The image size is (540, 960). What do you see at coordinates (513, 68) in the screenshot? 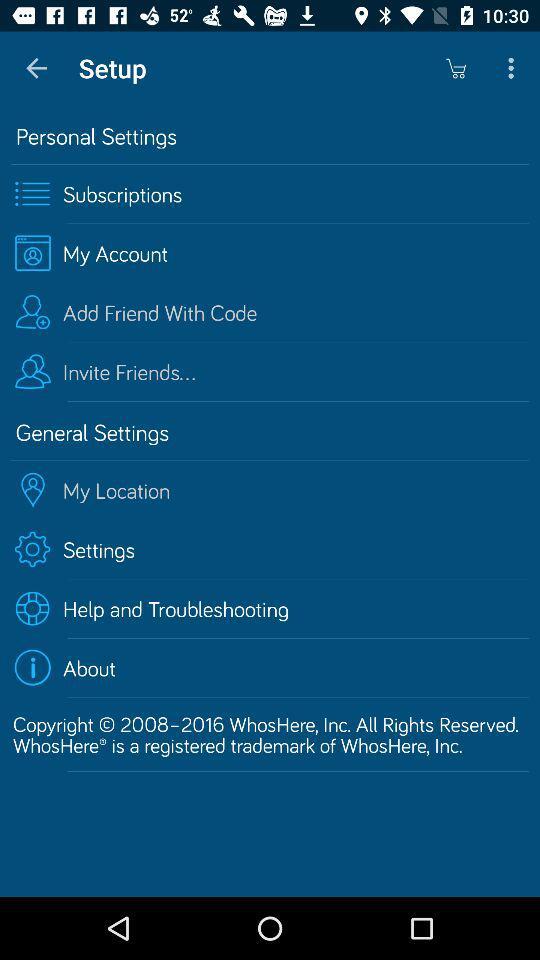
I see `the icon above the personal settings icon` at bounding box center [513, 68].